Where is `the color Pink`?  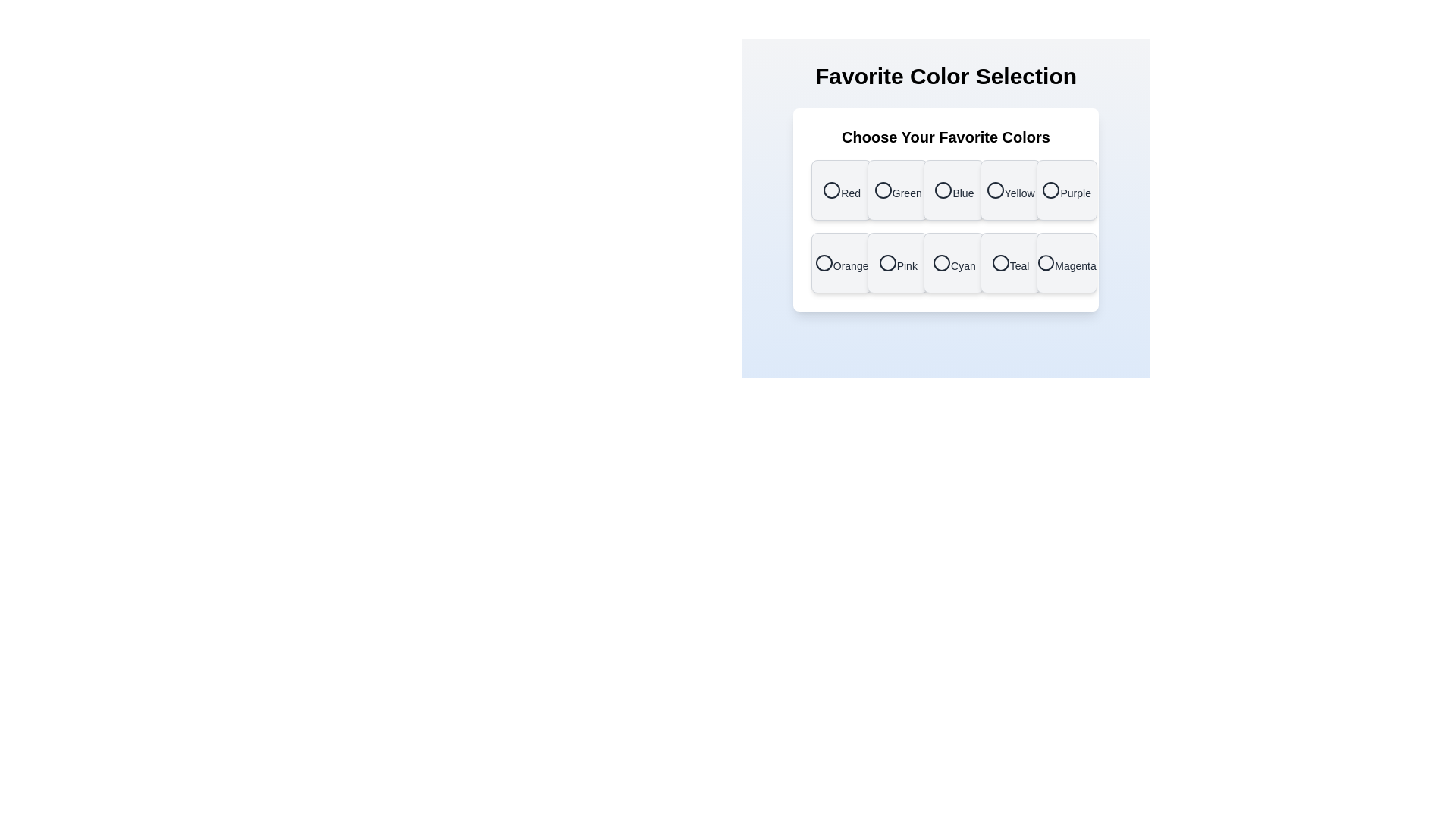
the color Pink is located at coordinates (898, 262).